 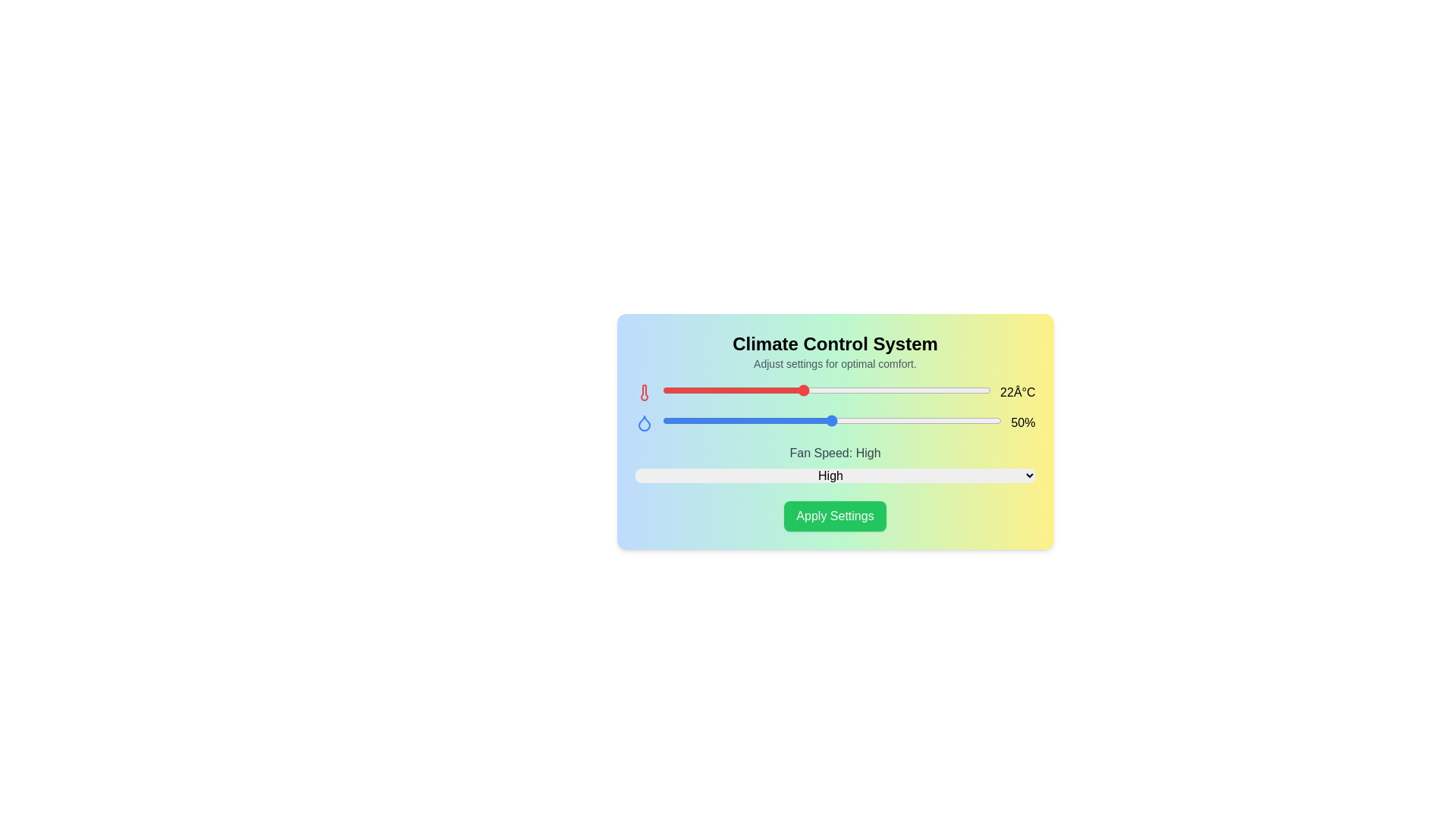 I want to click on the temperature slider to 22 degrees Celsius, so click(x=802, y=390).